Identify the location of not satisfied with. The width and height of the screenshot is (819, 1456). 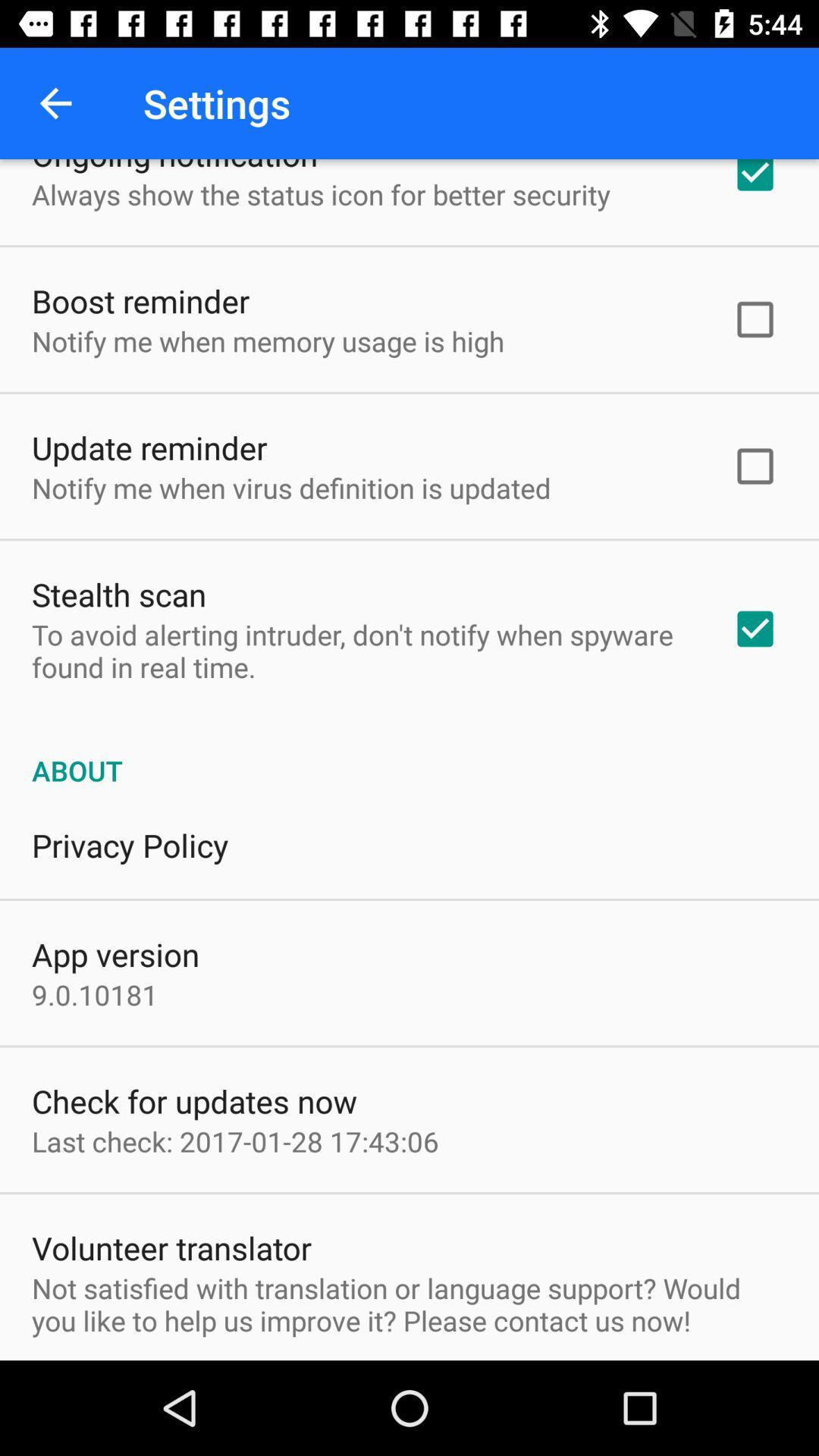
(409, 1304).